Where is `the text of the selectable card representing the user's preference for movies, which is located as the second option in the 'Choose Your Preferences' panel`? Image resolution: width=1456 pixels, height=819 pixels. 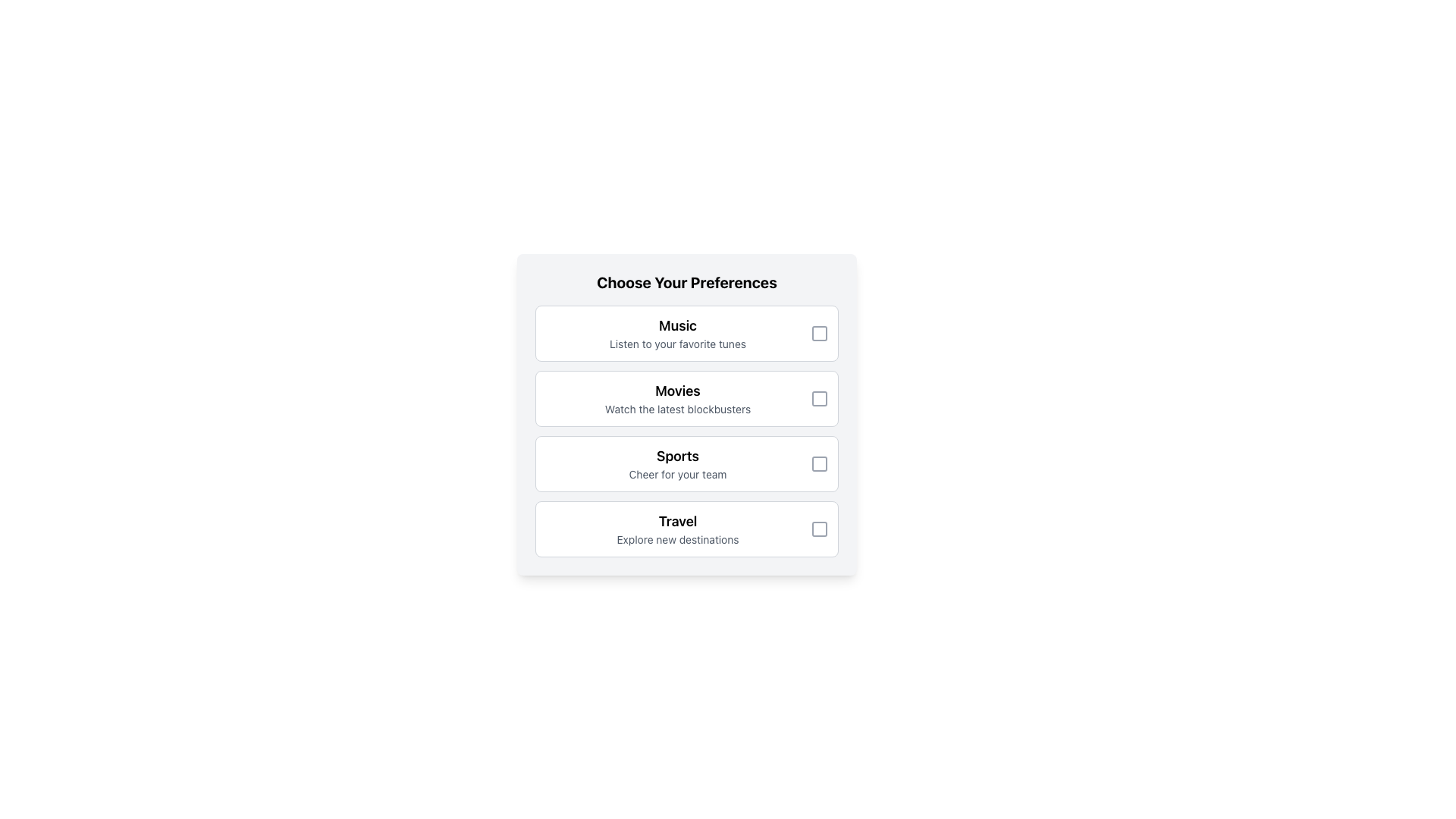
the text of the selectable card representing the user's preference for movies, which is located as the second option in the 'Choose Your Preferences' panel is located at coordinates (686, 397).